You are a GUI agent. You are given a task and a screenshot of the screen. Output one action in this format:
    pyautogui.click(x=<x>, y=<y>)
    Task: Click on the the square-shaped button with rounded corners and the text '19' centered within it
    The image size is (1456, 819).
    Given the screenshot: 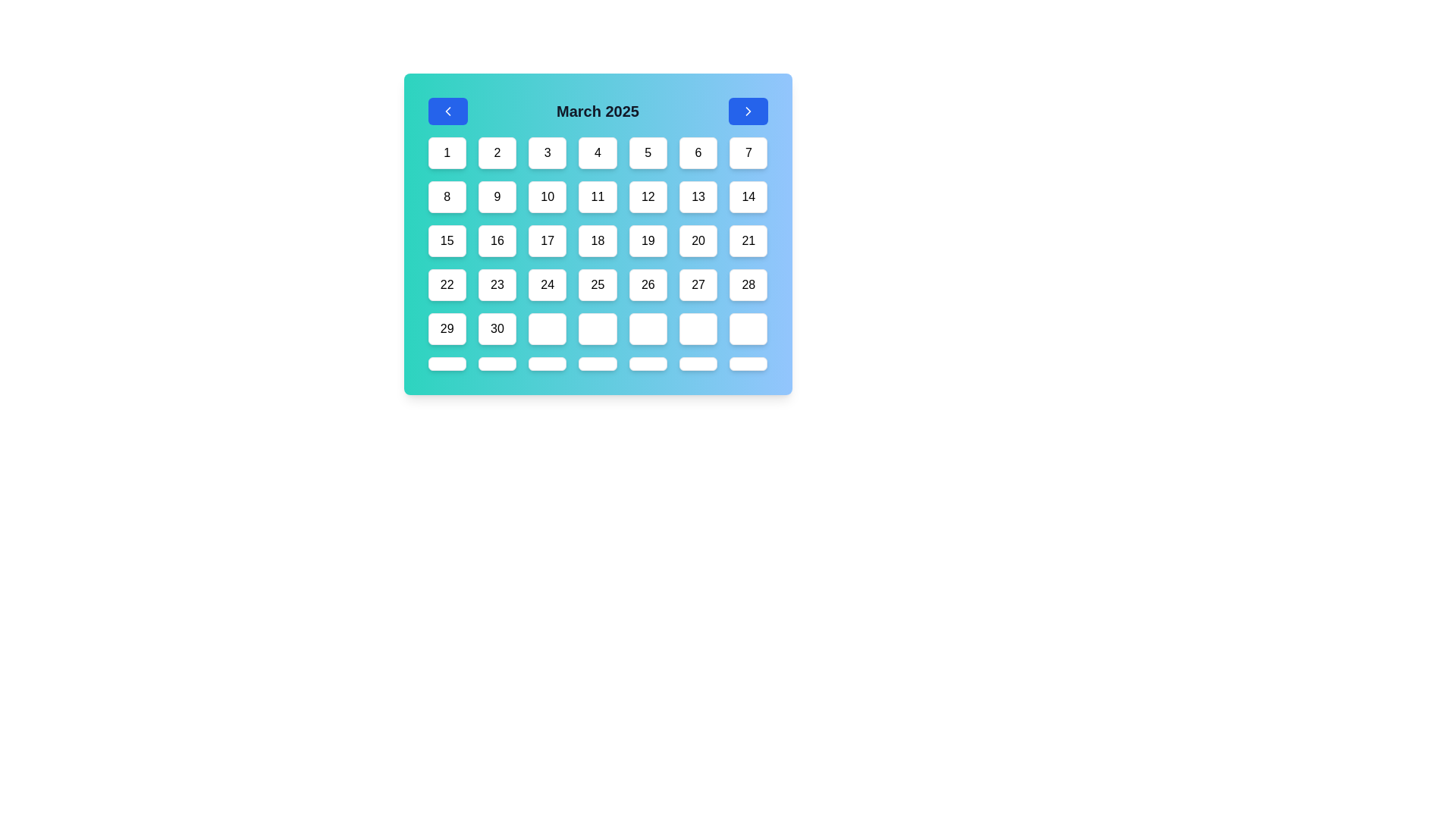 What is the action you would take?
    pyautogui.click(x=648, y=240)
    